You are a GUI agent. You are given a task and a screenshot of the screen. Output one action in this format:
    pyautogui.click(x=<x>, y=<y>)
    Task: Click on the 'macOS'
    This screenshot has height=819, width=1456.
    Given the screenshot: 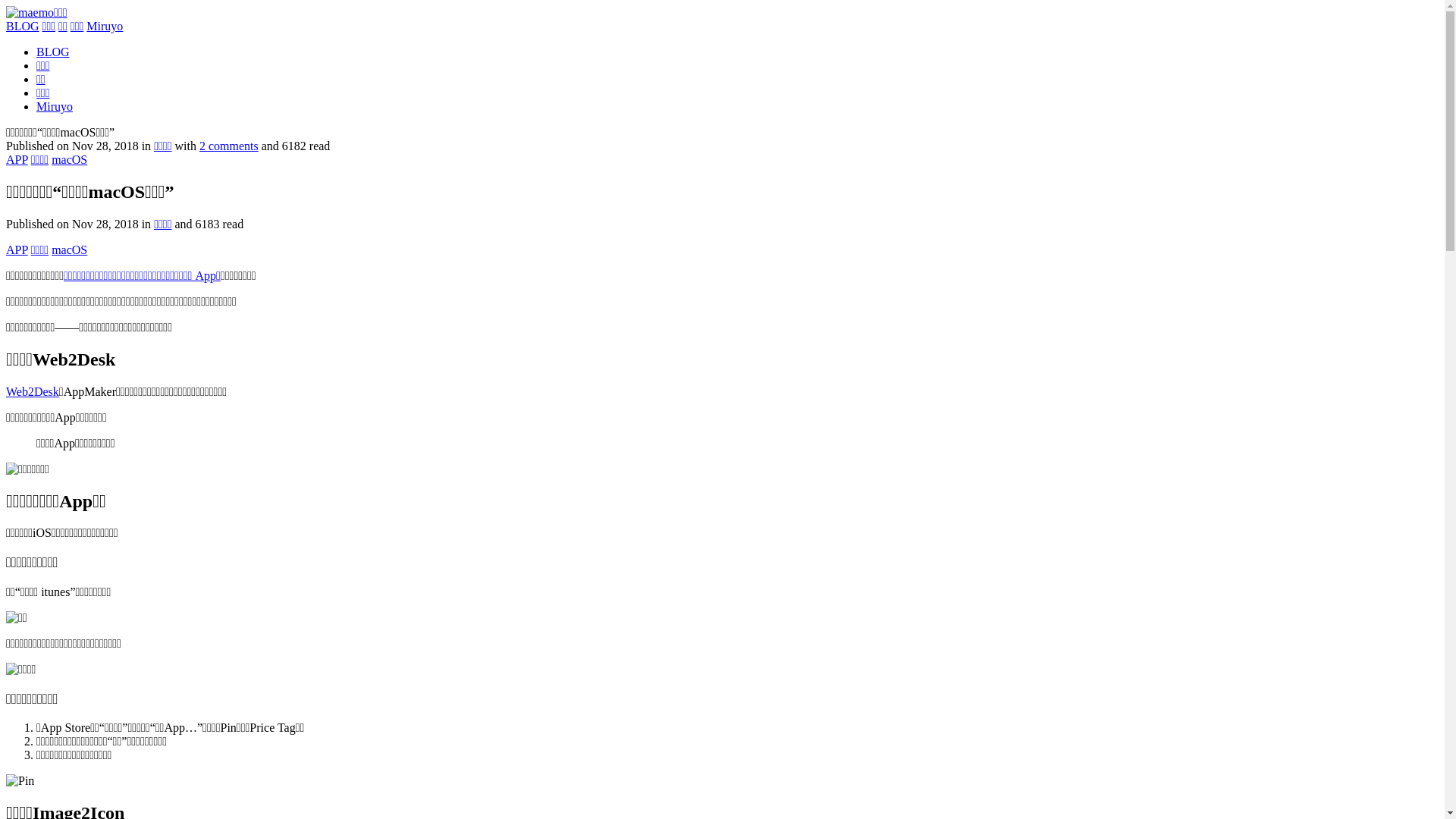 What is the action you would take?
    pyautogui.click(x=68, y=159)
    